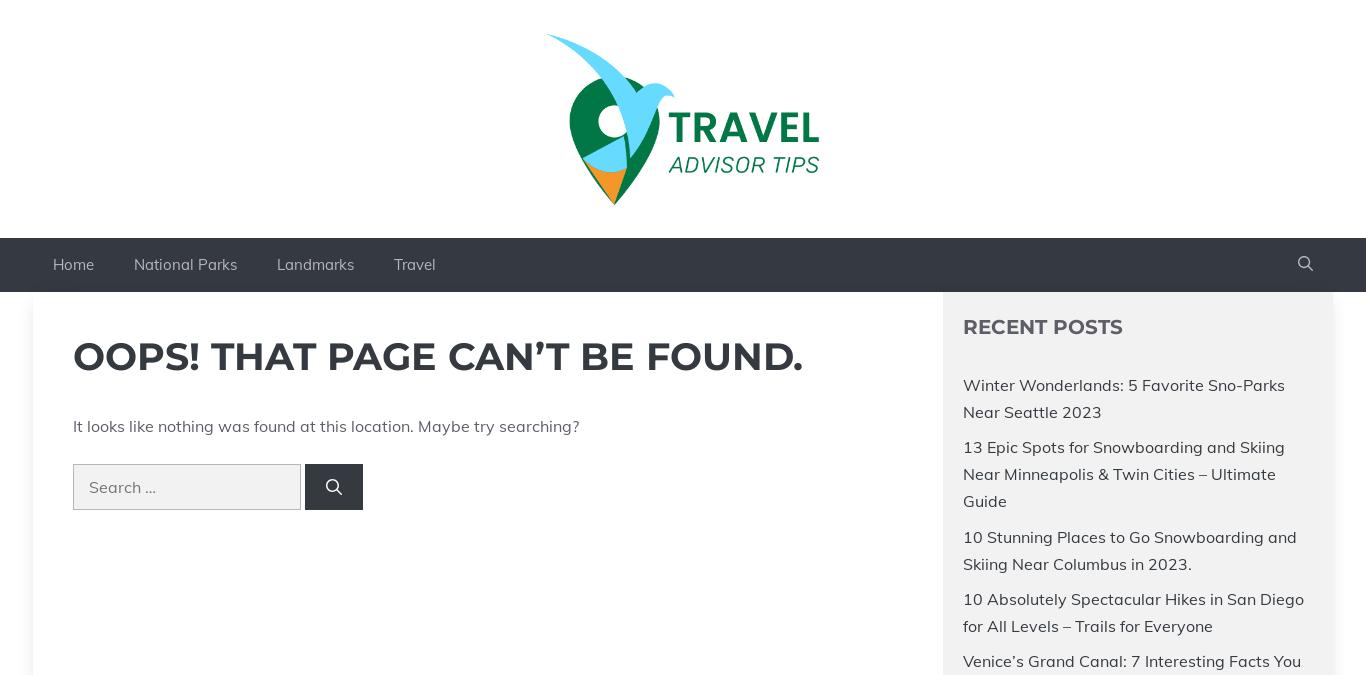 Image resolution: width=1366 pixels, height=675 pixels. I want to click on '10 Stunning Places to Go Snowboarding and Skiing Near Columbus in 2023.', so click(1128, 548).